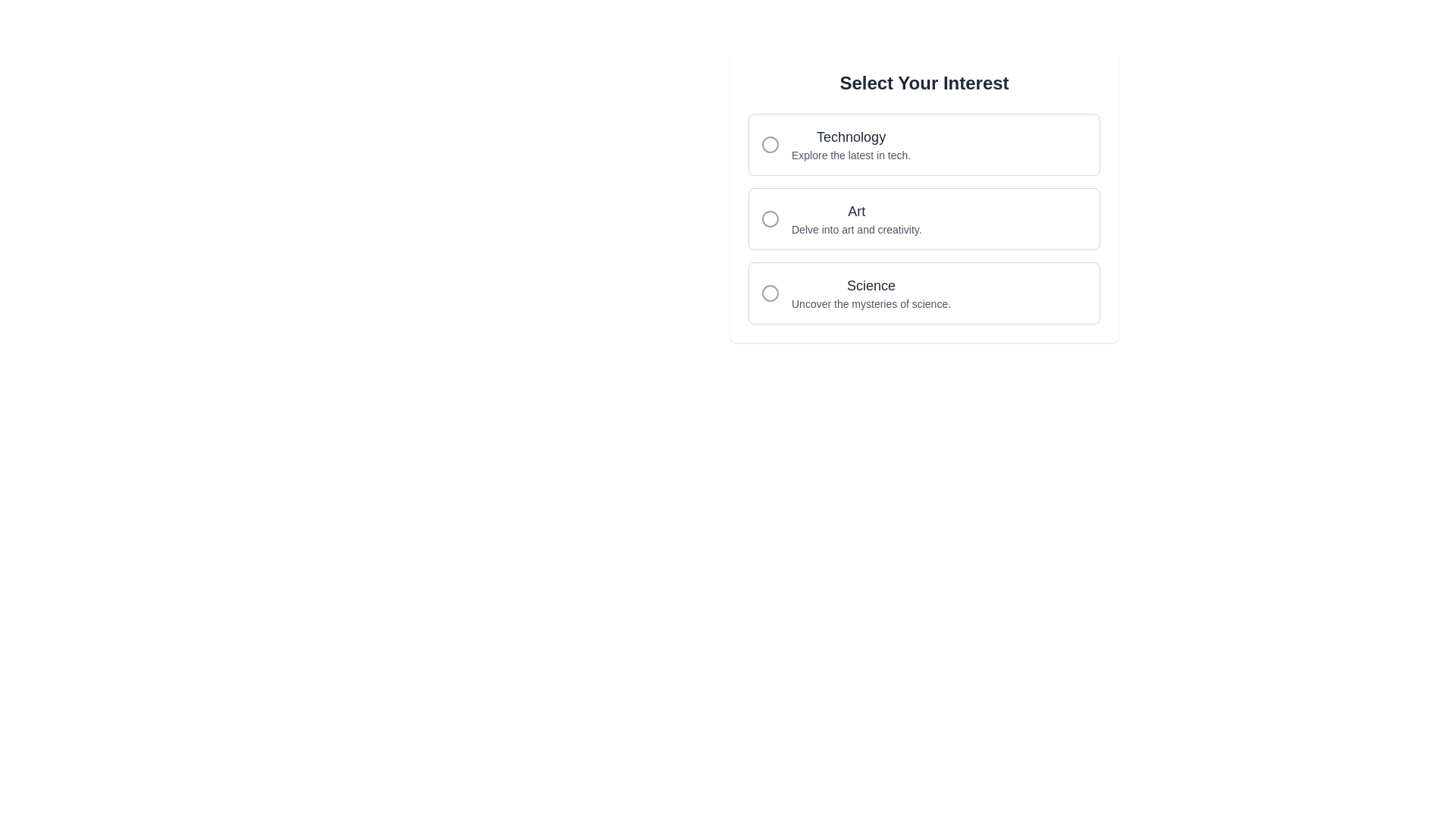 This screenshot has height=819, width=1456. I want to click on the circular radio button indicator for the 'Science' option, so click(770, 293).